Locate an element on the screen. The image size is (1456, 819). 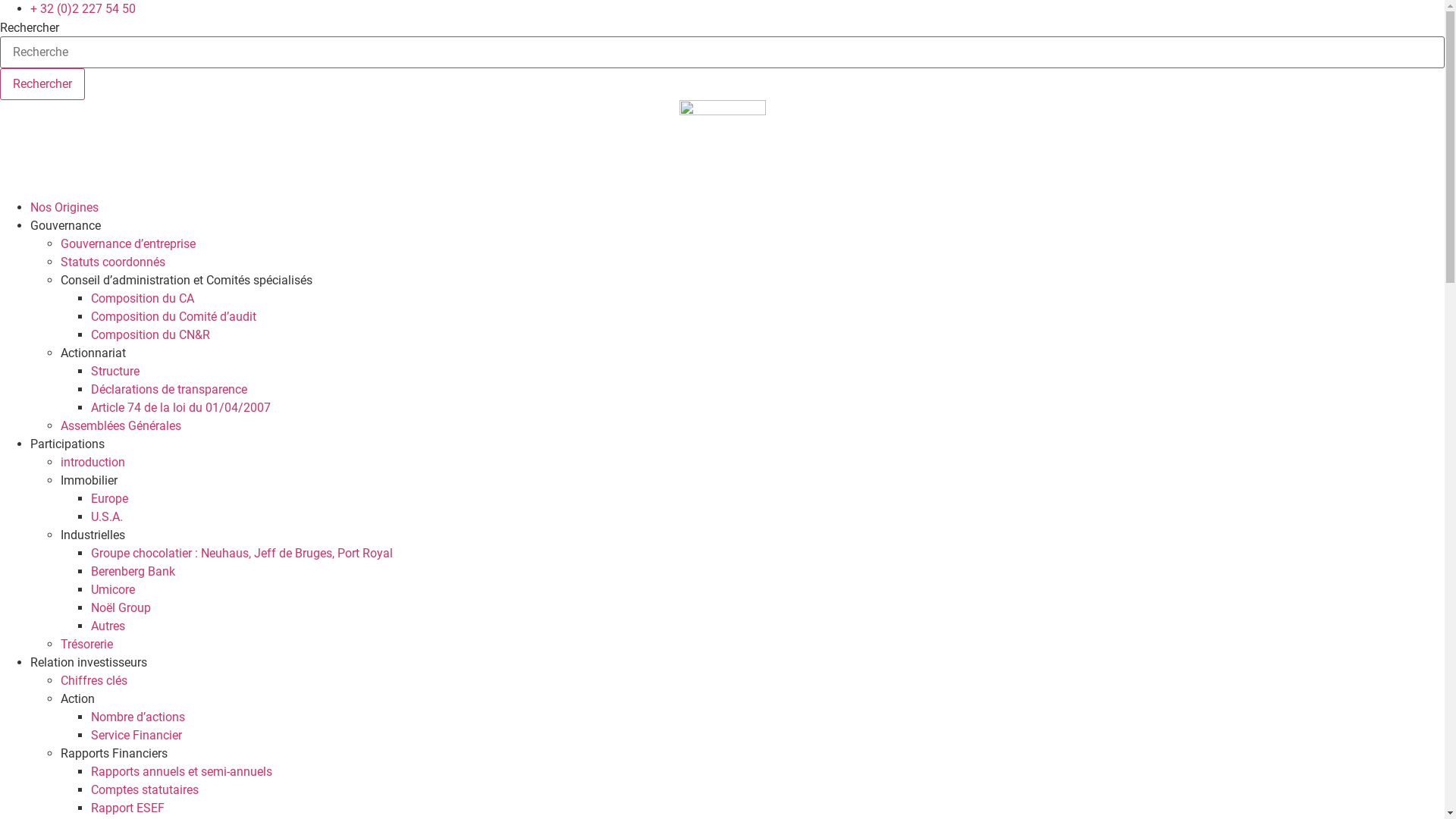
'Berenberg Bank' is located at coordinates (133, 571).